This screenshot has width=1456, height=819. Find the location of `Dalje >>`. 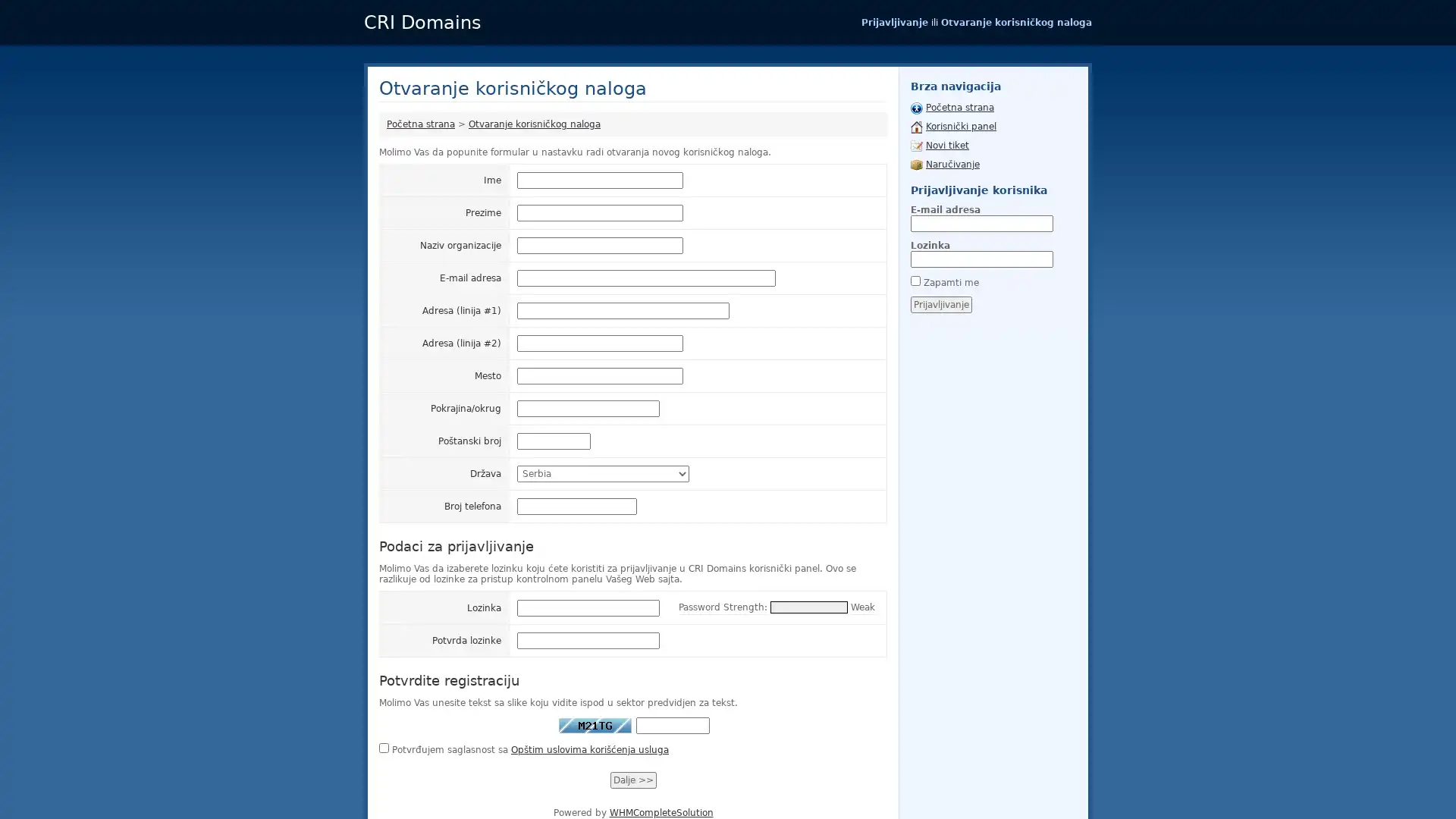

Dalje >> is located at coordinates (632, 780).